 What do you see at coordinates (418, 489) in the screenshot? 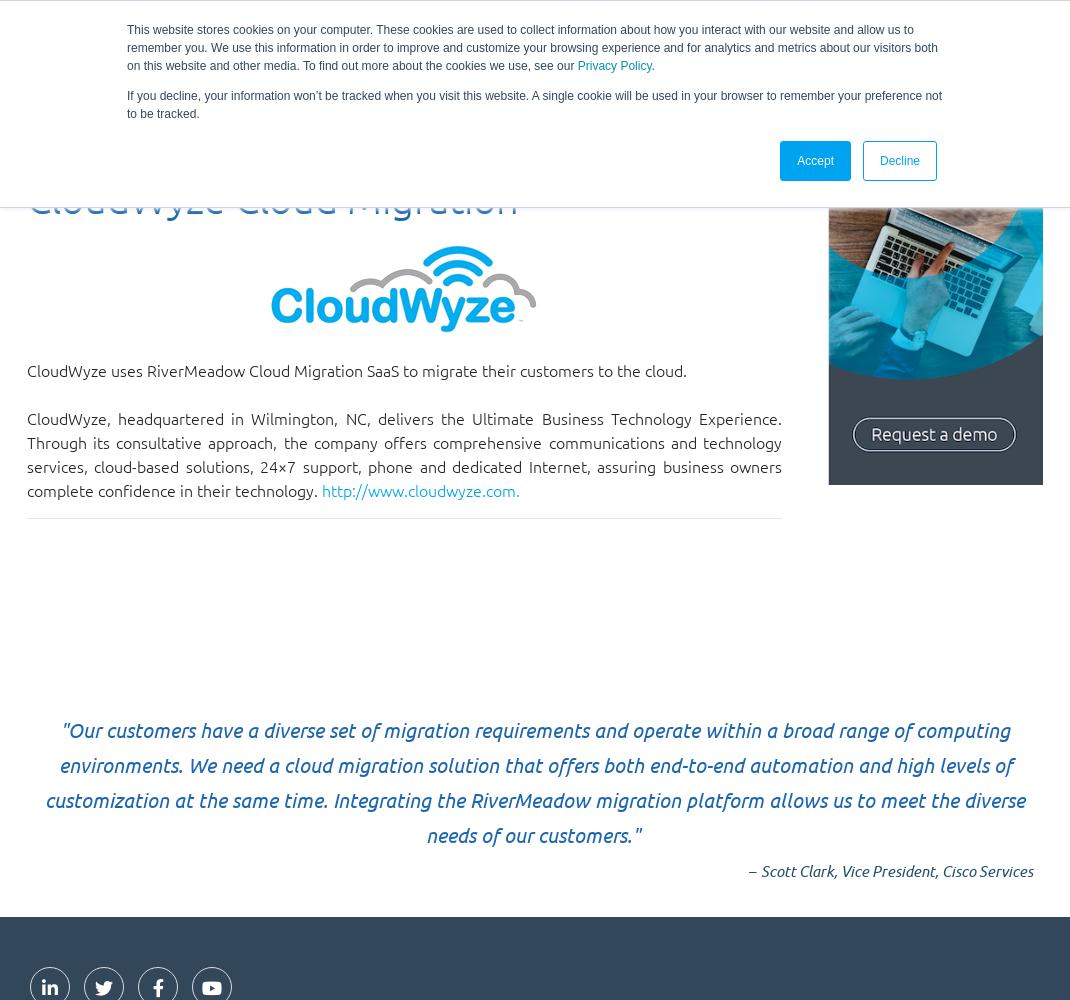
I see `'http://www.cloudwyze.com.'` at bounding box center [418, 489].